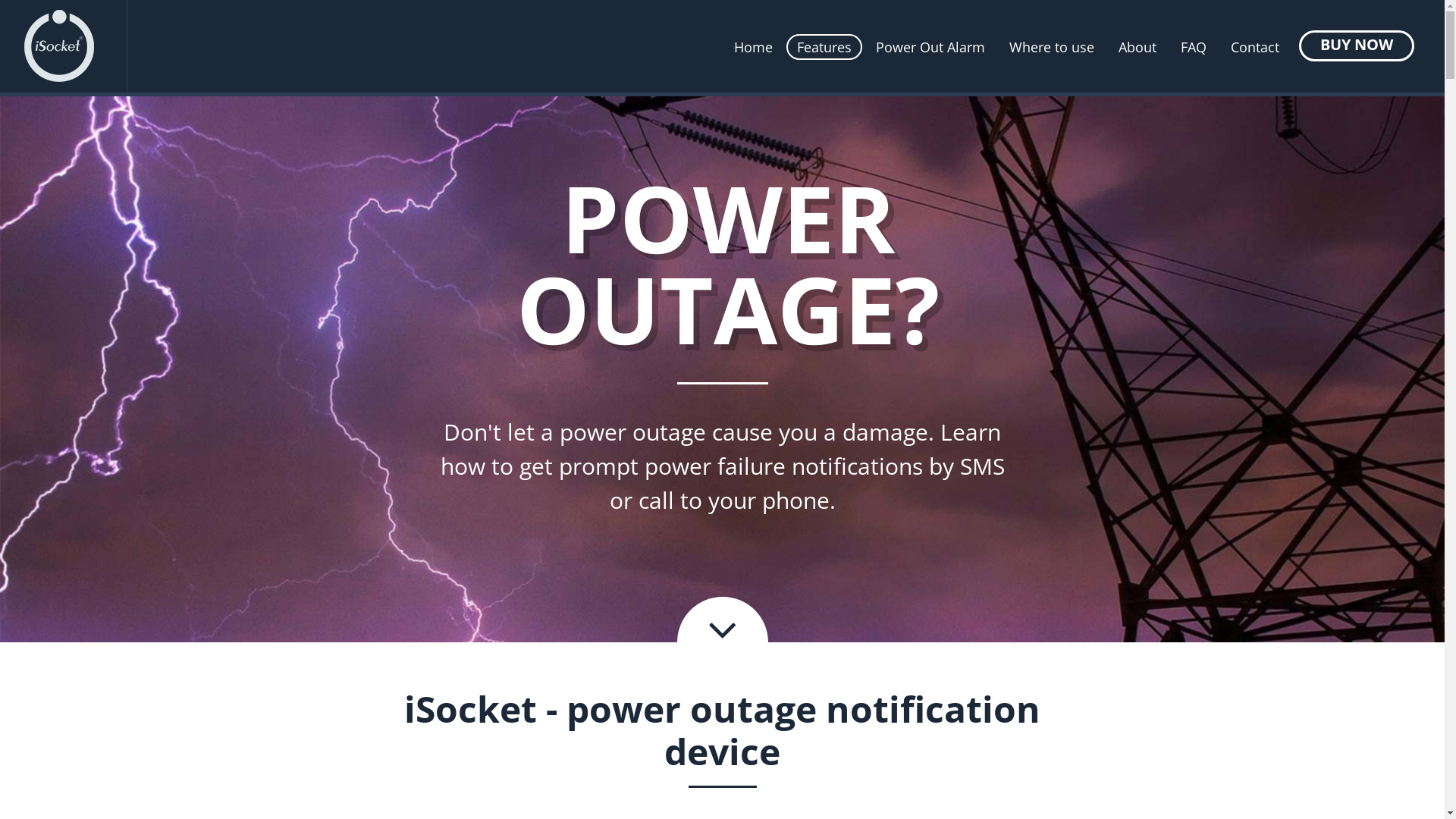 The width and height of the screenshot is (1456, 819). I want to click on 'Contact', so click(1255, 45).